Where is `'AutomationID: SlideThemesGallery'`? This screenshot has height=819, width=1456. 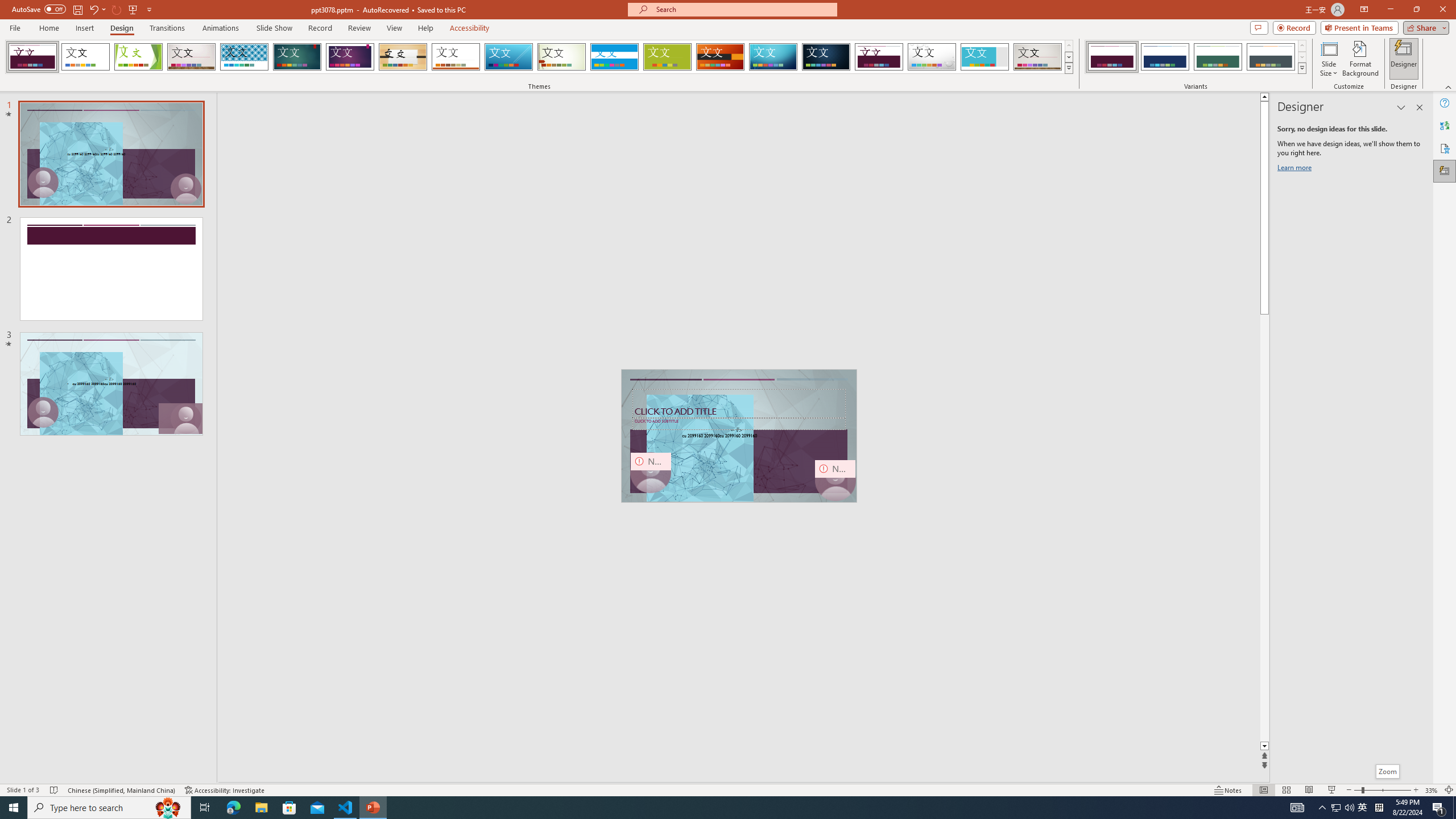 'AutomationID: SlideThemesGallery' is located at coordinates (539, 56).